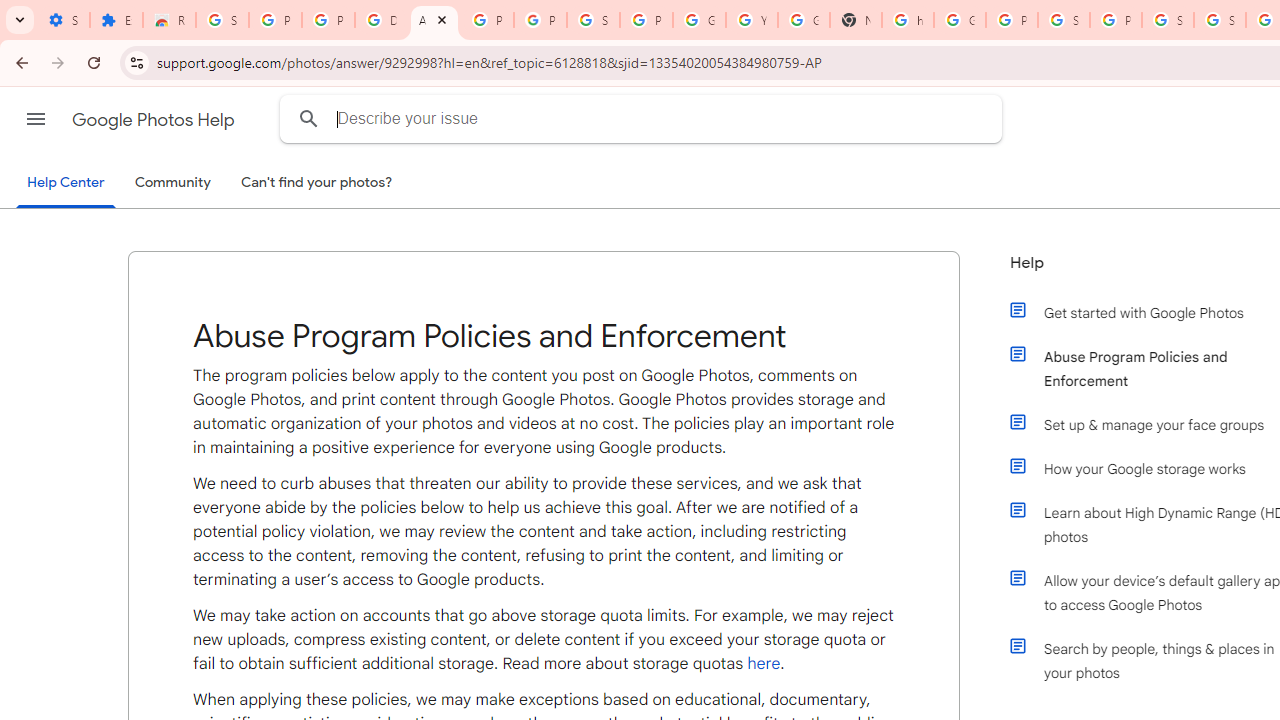  What do you see at coordinates (907, 20) in the screenshot?
I see `'https://scholar.google.com/'` at bounding box center [907, 20].